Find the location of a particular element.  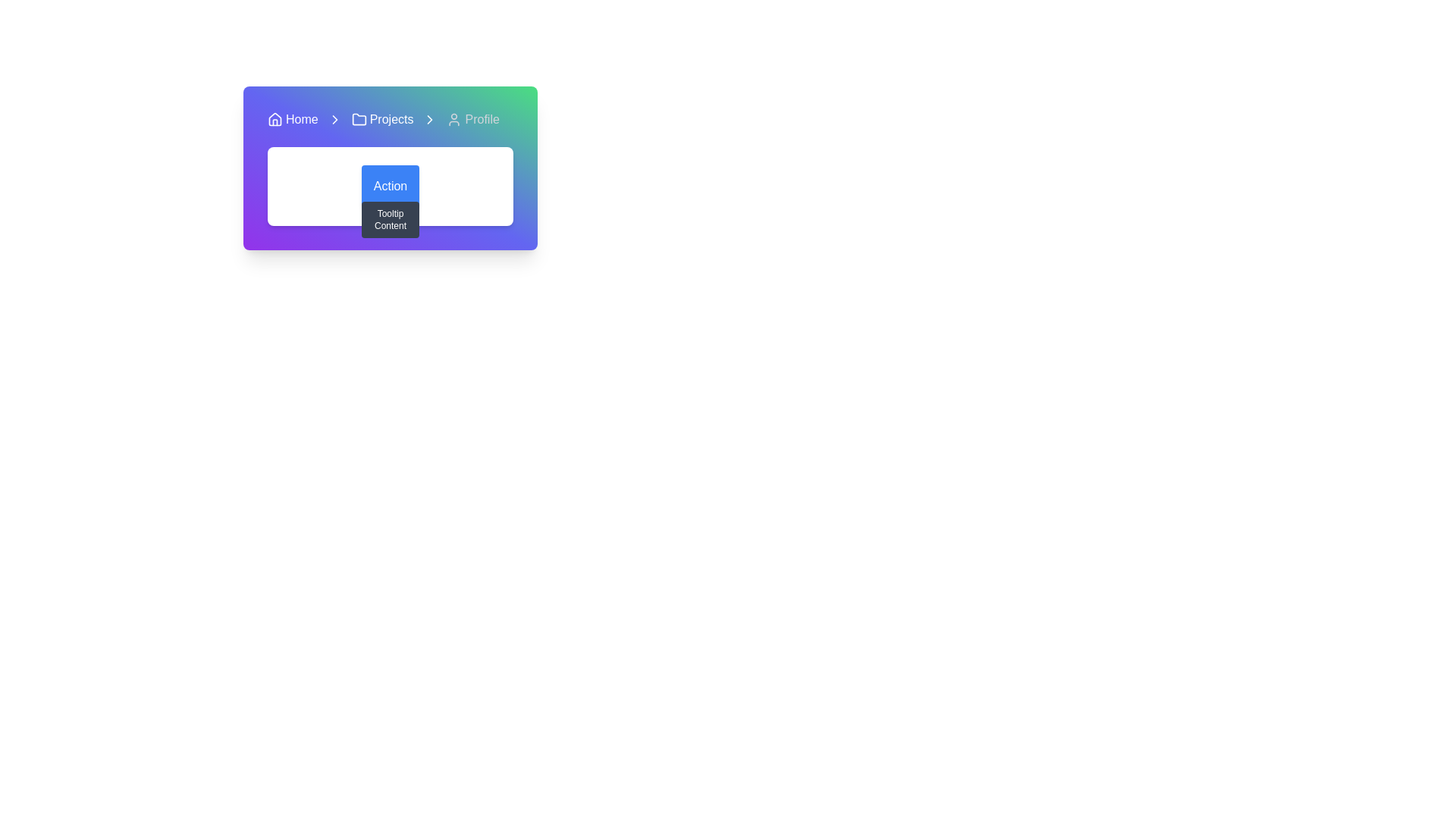

the second icon in the navigation bar, located between the 'Home' and 'Projects' text elements, which serves as a visual separator in the interface is located at coordinates (334, 119).